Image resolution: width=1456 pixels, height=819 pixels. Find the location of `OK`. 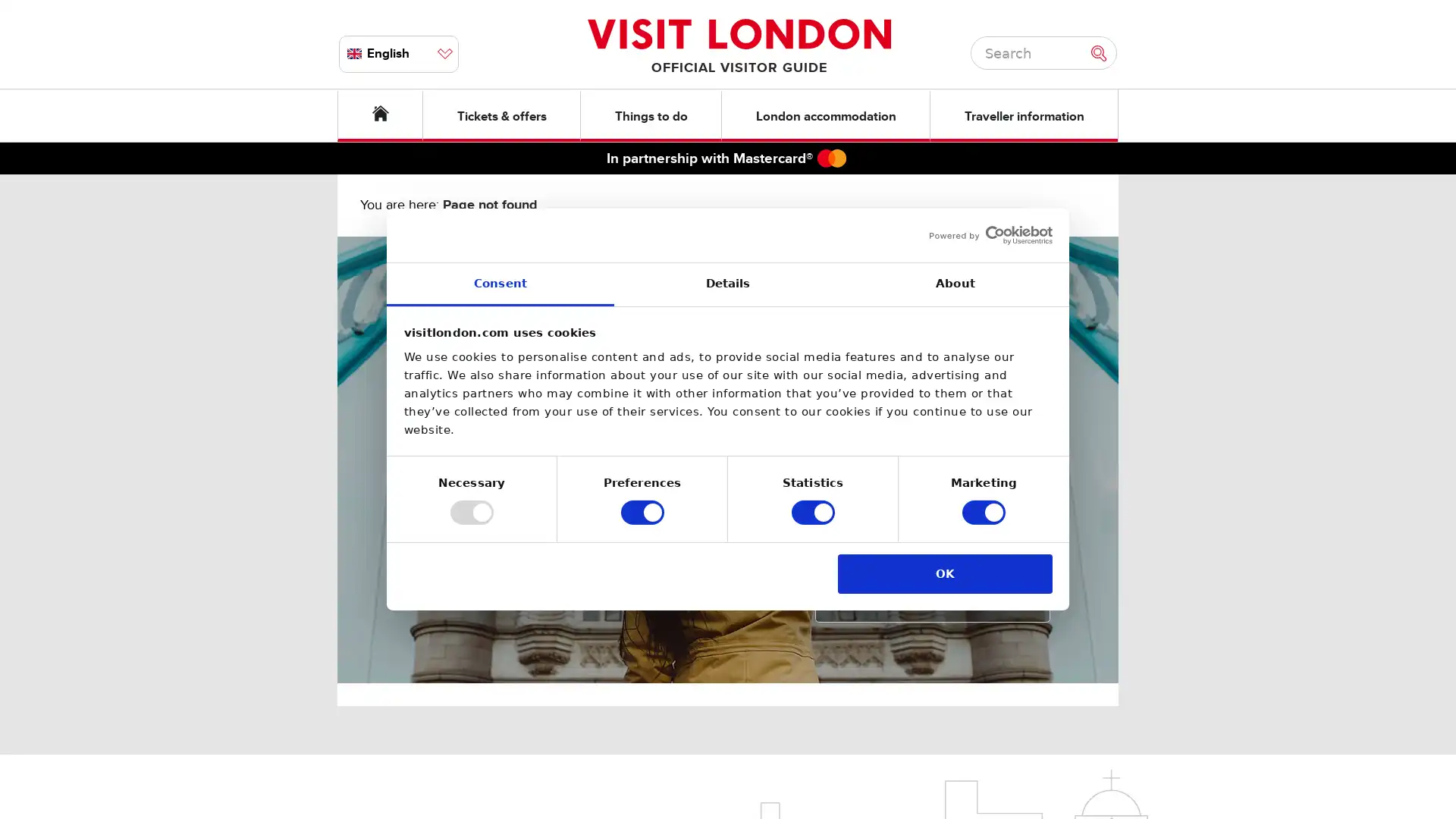

OK is located at coordinates (944, 573).